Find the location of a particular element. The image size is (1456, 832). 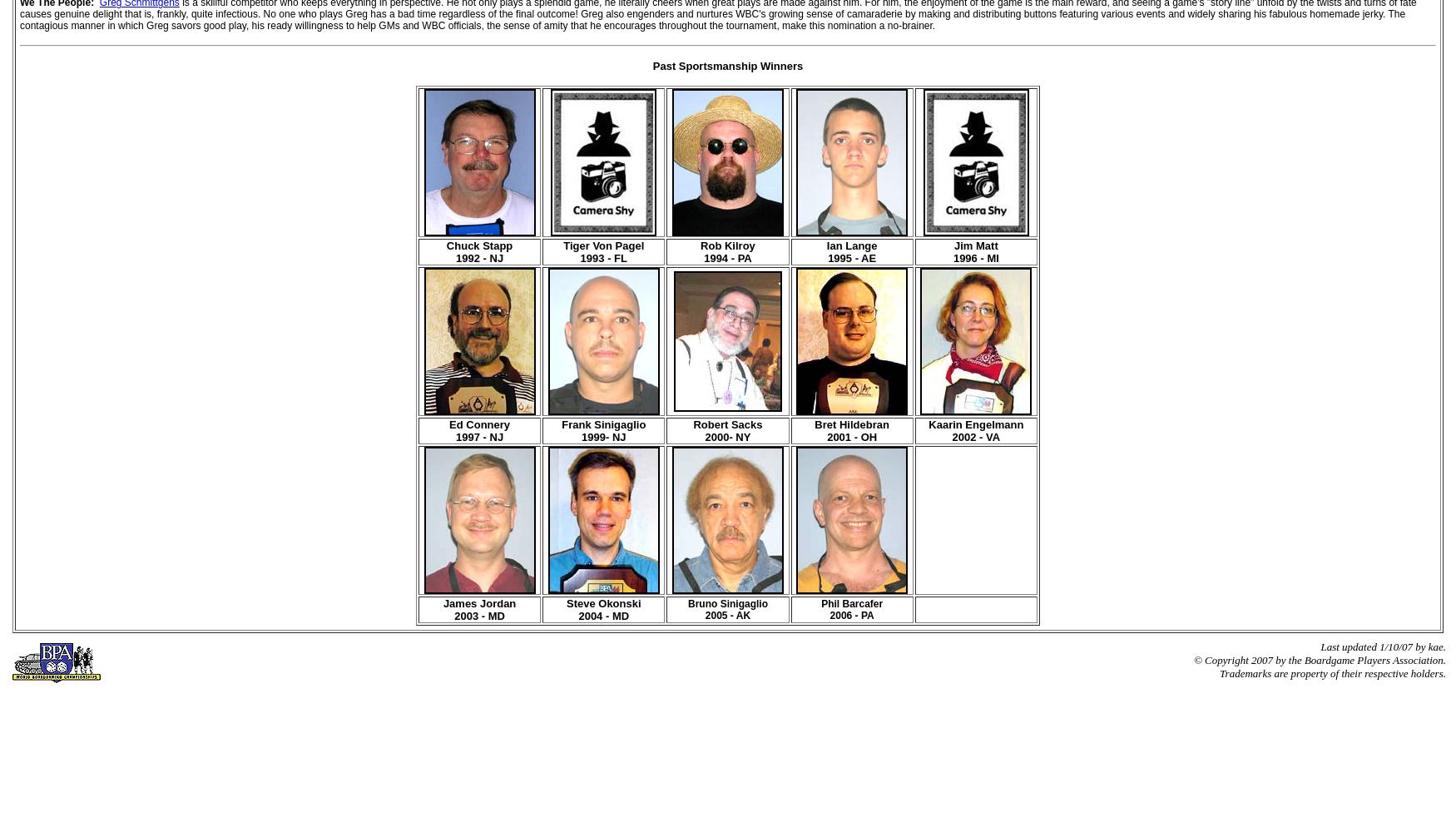

'2006 - PA' is located at coordinates (850, 615).